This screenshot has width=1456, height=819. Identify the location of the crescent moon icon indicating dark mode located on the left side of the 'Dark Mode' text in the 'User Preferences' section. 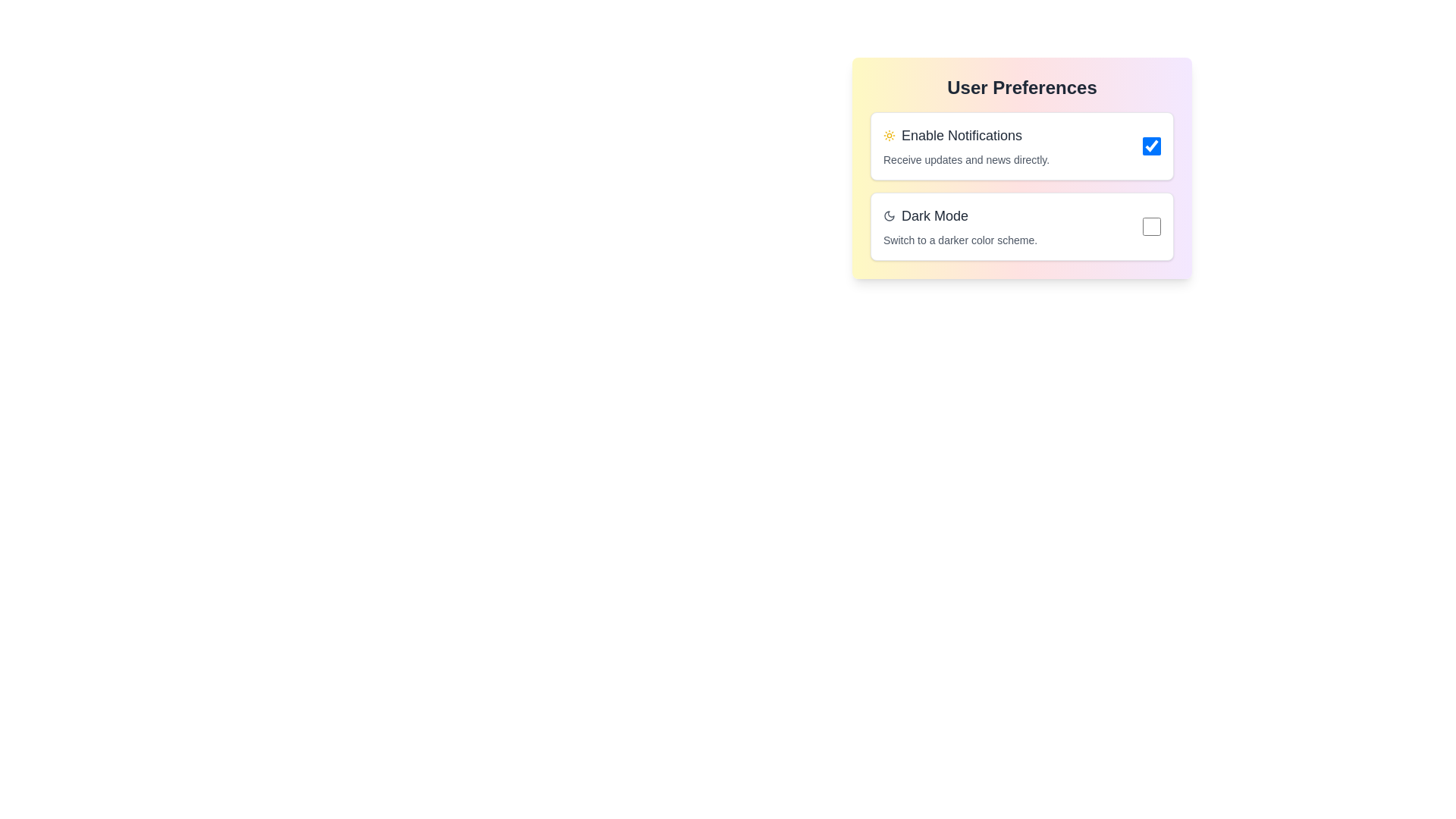
(889, 216).